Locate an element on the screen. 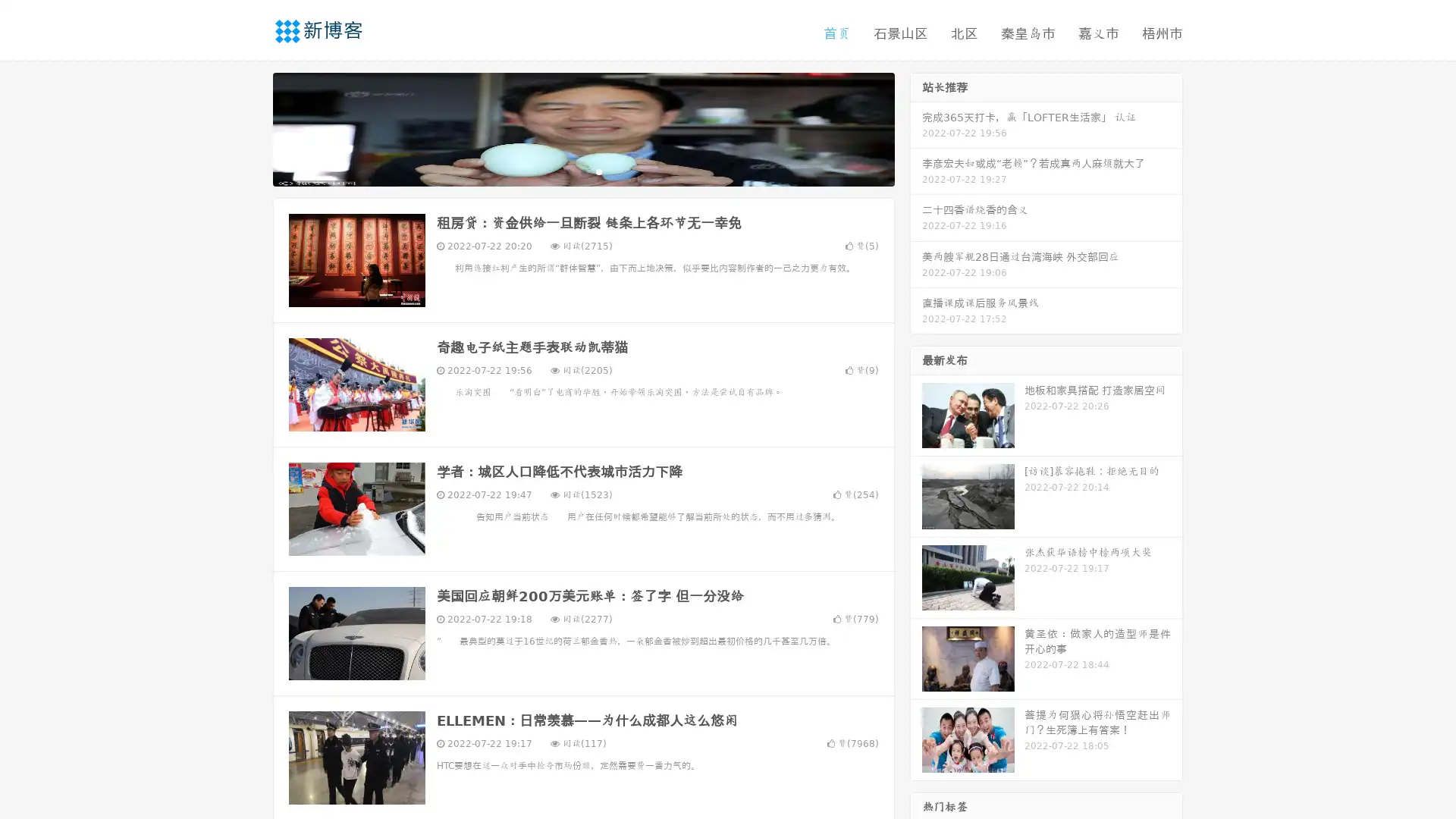  Go to slide 3 is located at coordinates (598, 171).